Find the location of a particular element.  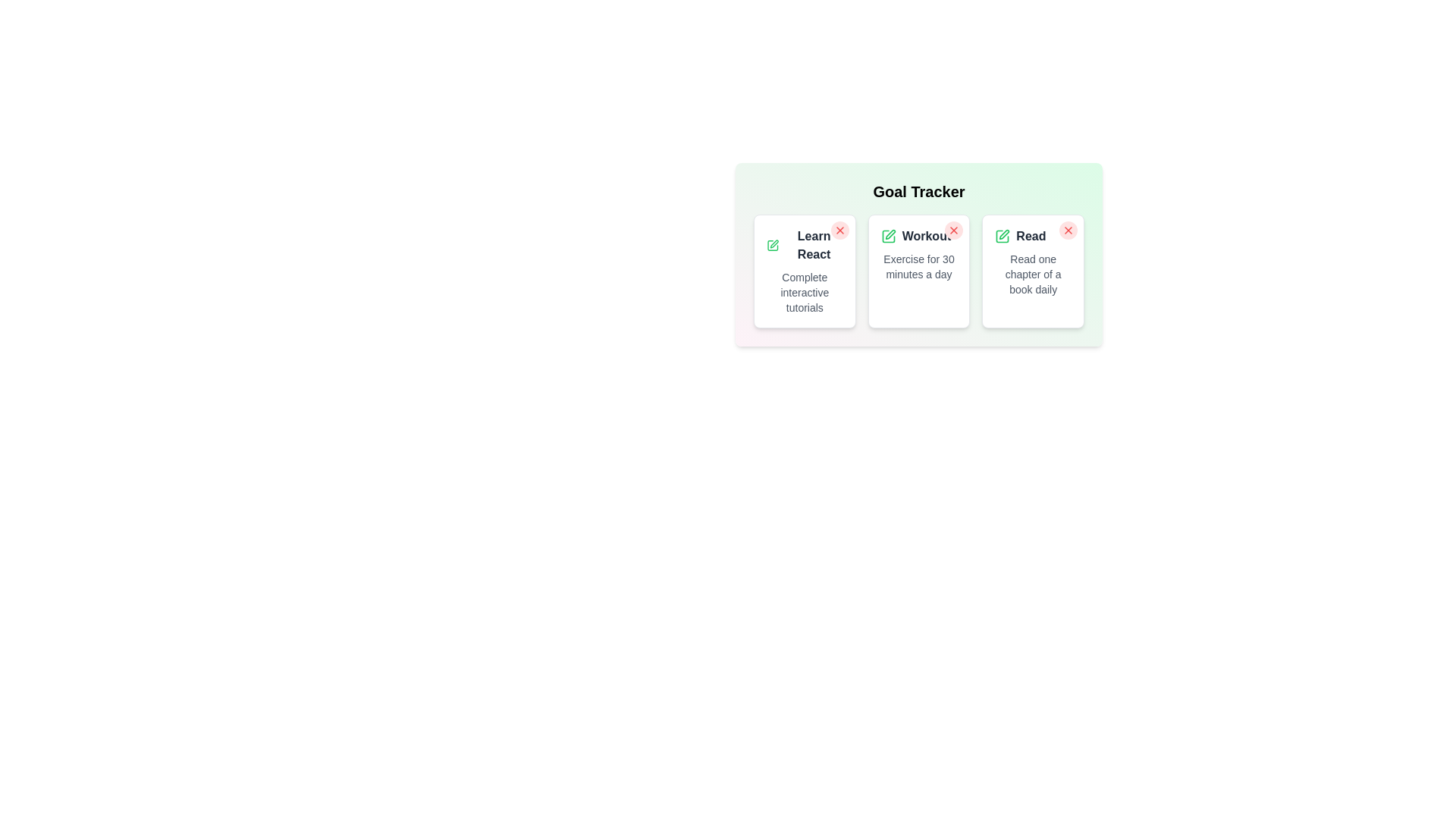

the goal card titled 'Read' to view its details is located at coordinates (1032, 271).